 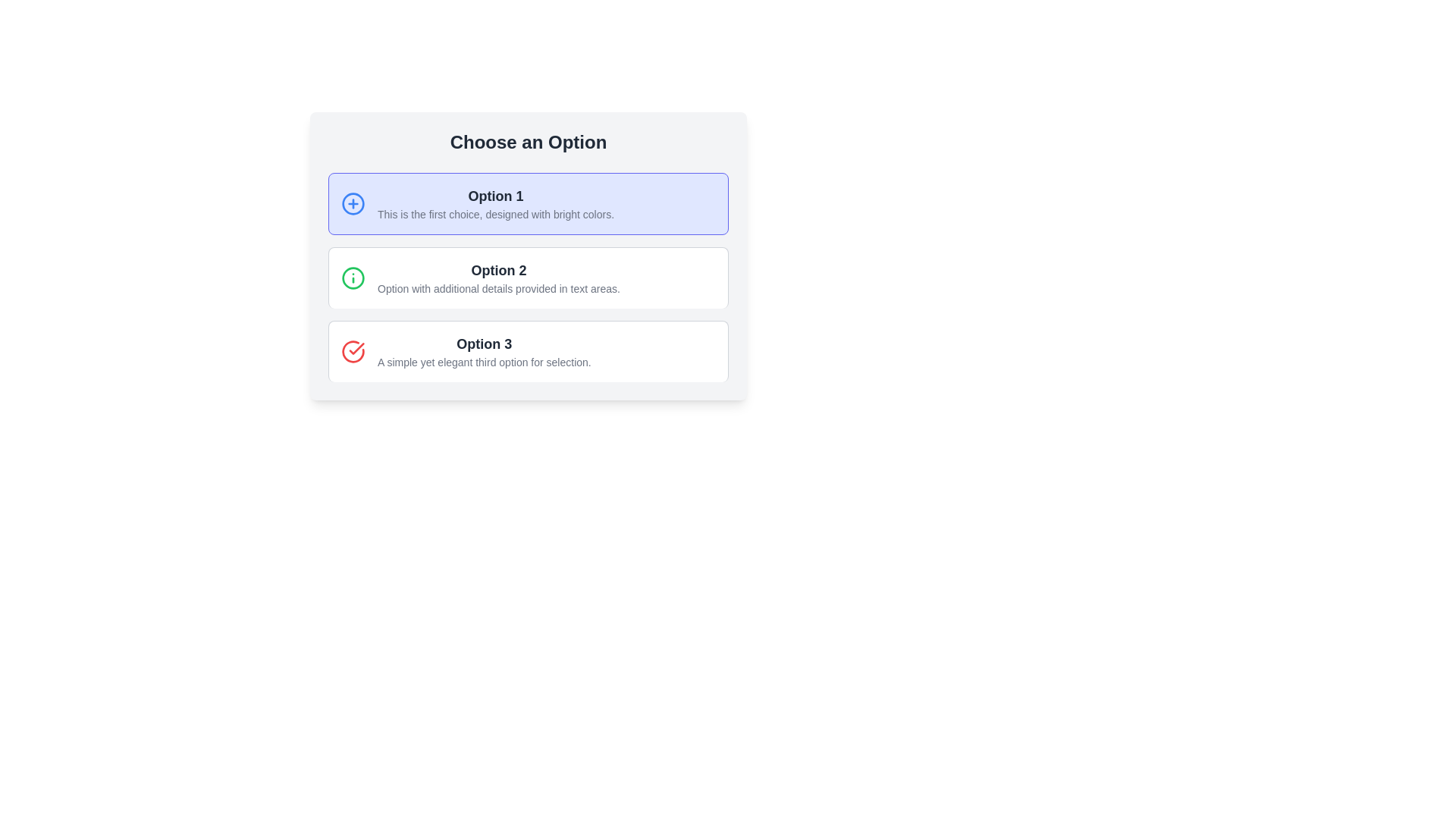 What do you see at coordinates (528, 203) in the screenshot?
I see `the first option card labeled 'Option 1' in the list by clicking on it` at bounding box center [528, 203].